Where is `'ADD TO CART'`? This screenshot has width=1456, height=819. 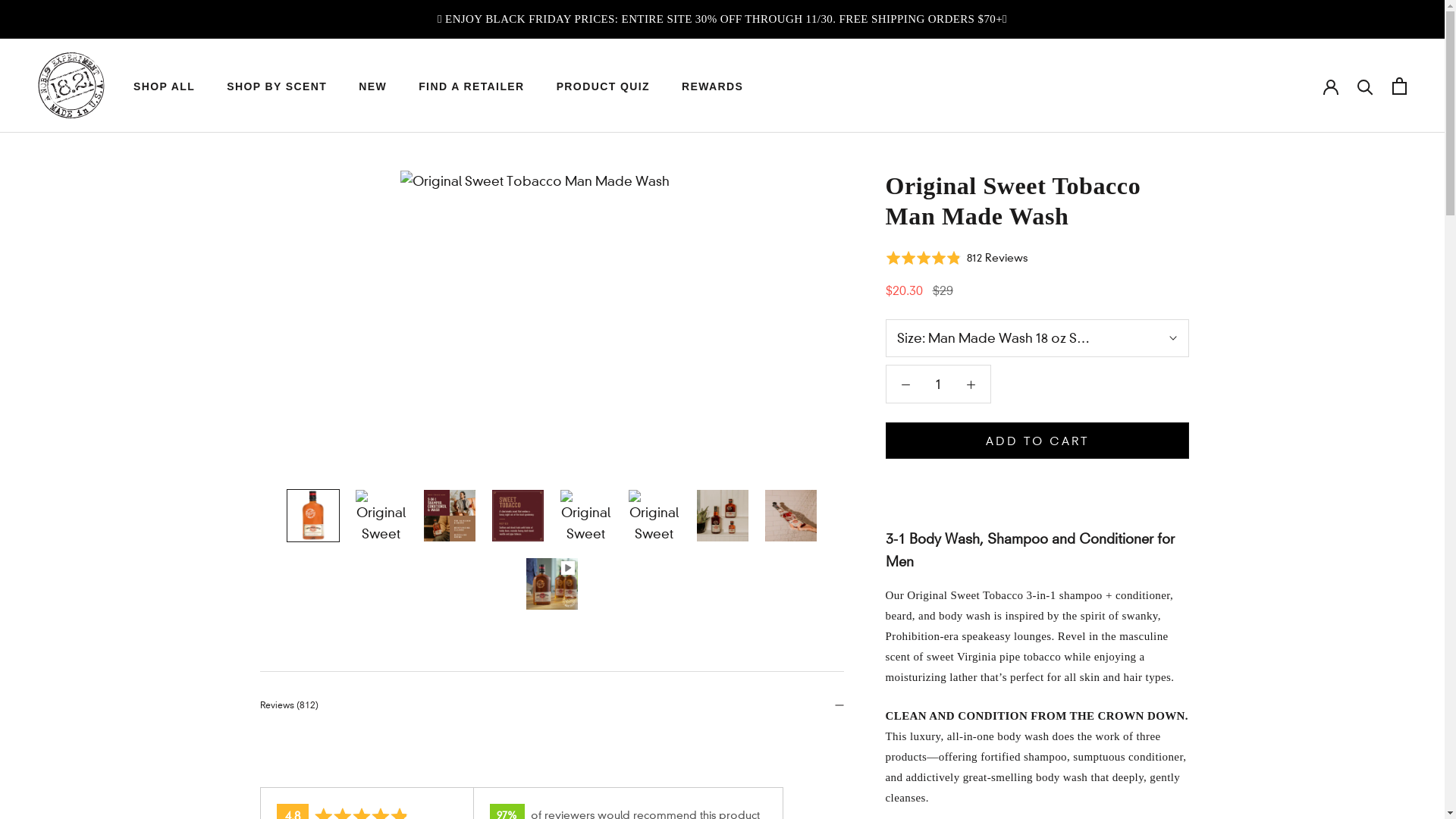 'ADD TO CART' is located at coordinates (1037, 441).